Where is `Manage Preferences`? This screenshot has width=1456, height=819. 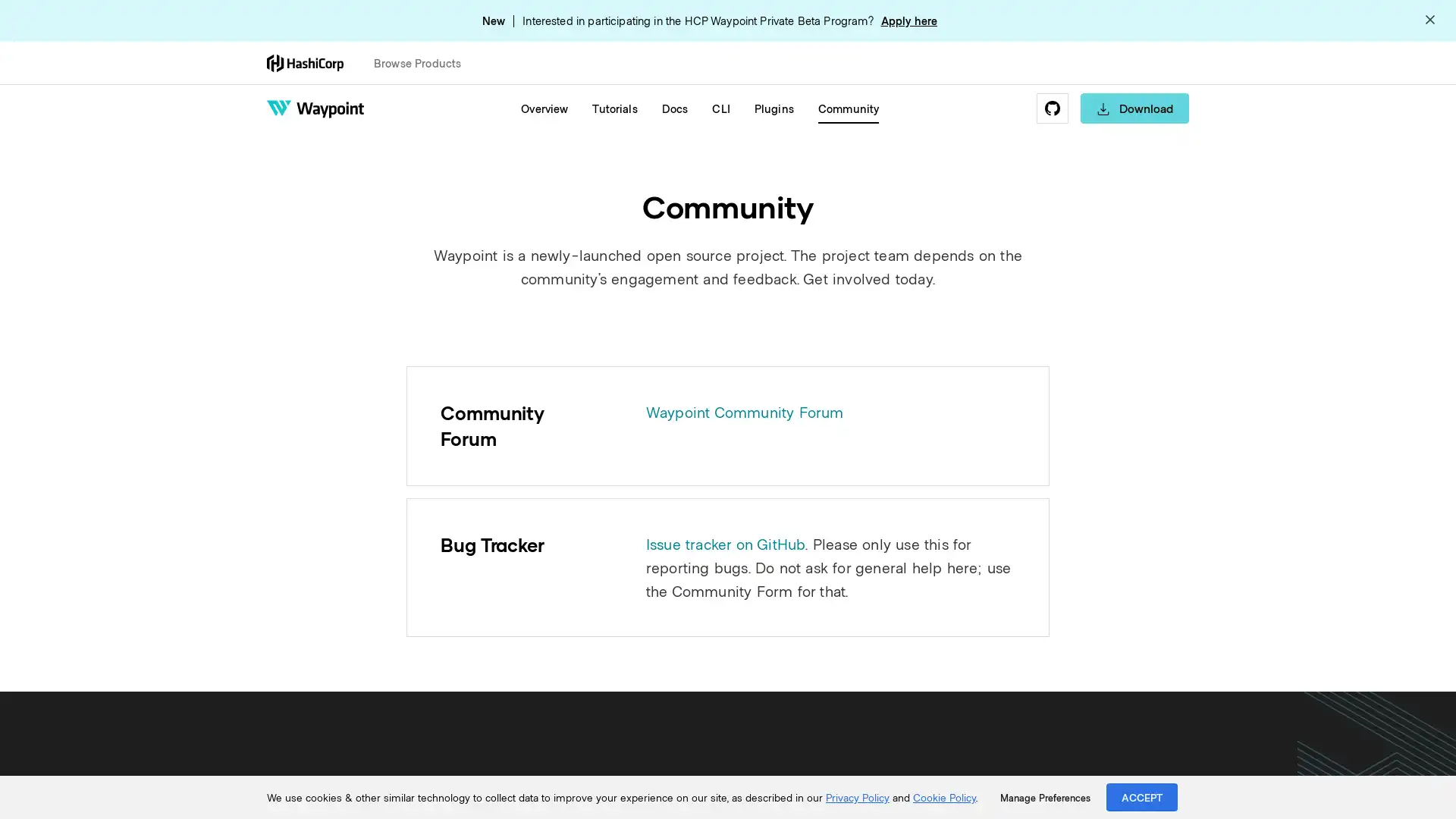
Manage Preferences is located at coordinates (1044, 797).